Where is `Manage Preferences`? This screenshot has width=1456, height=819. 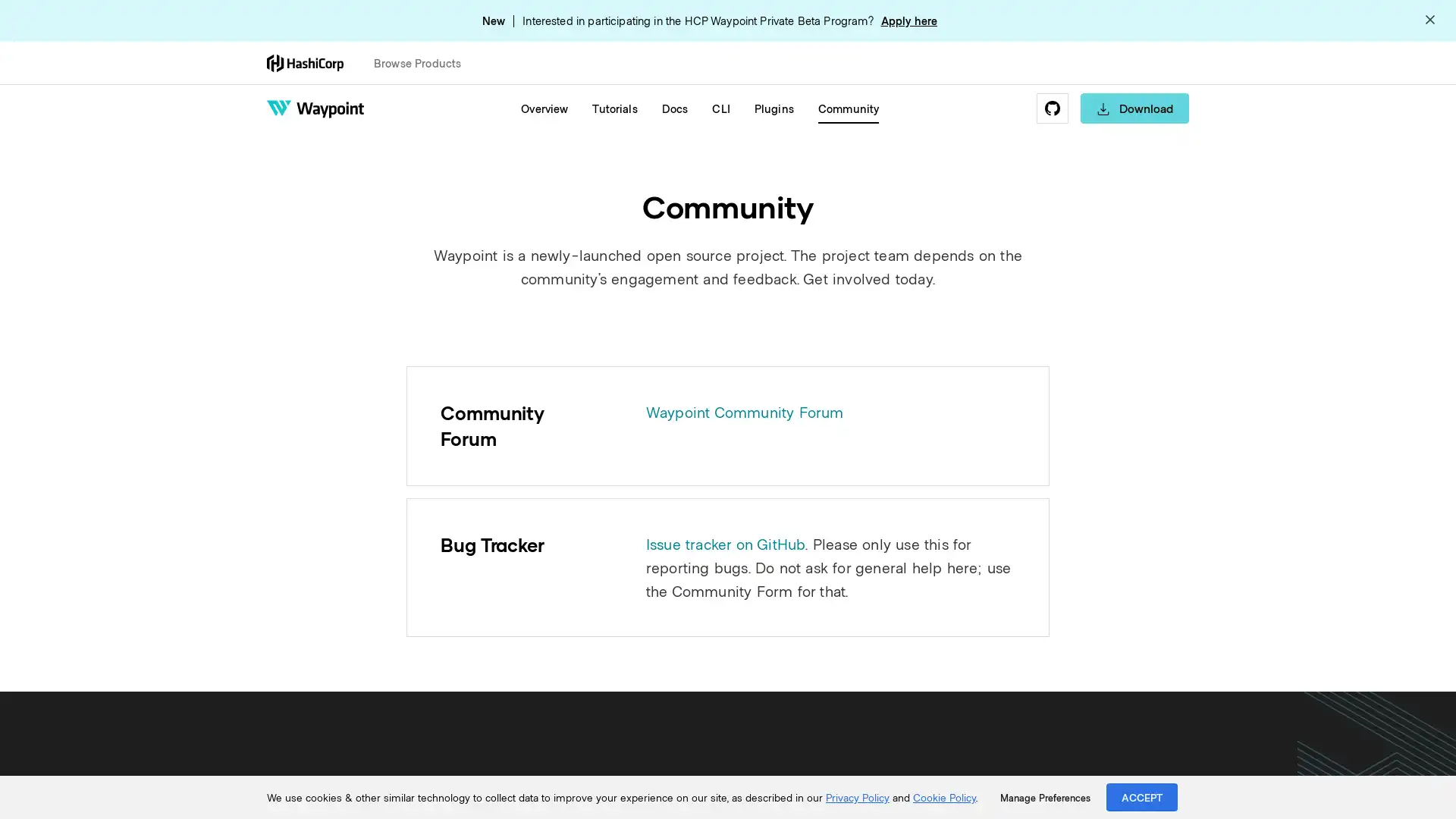
Manage Preferences is located at coordinates (1044, 797).